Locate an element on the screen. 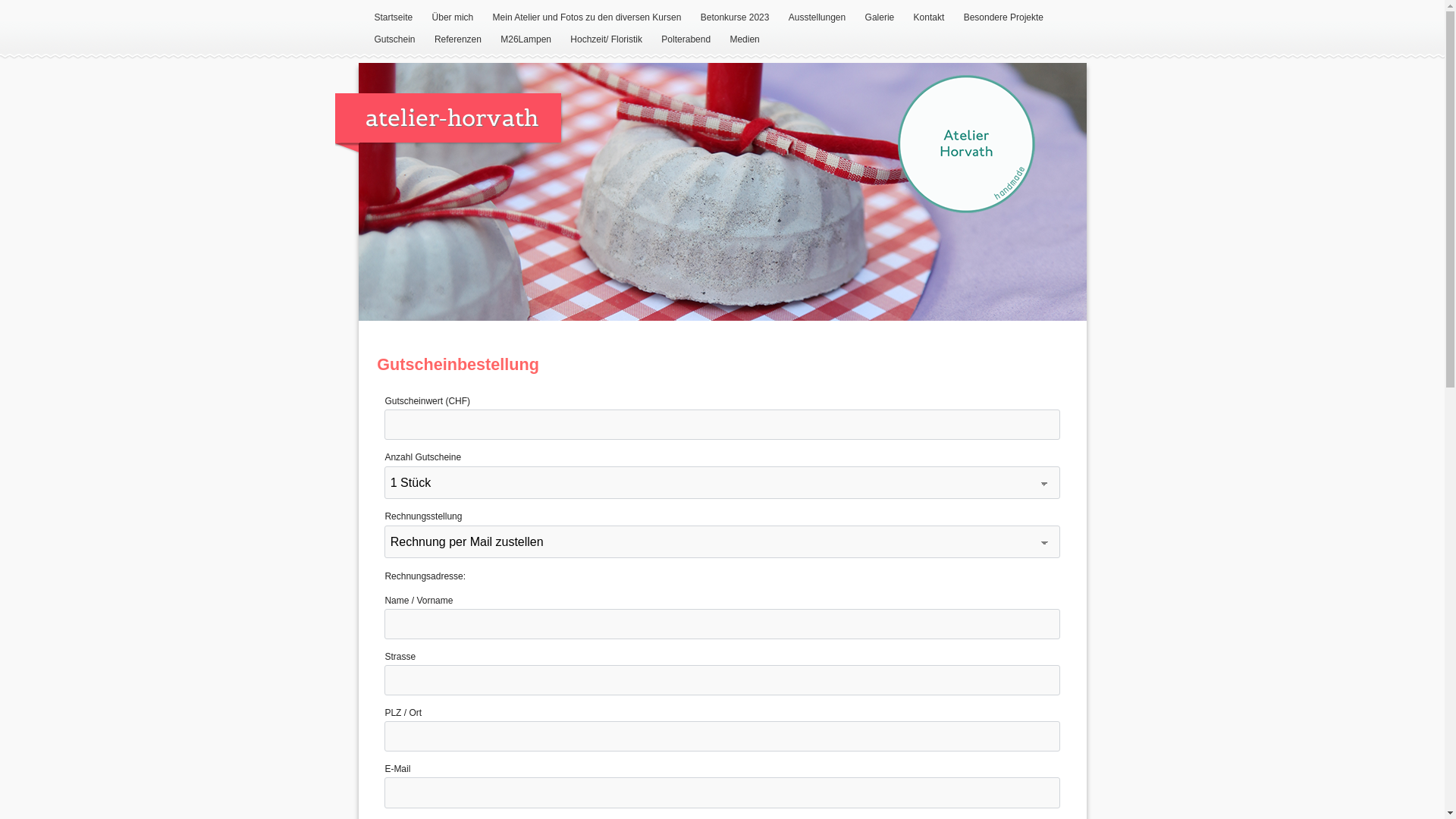 Image resolution: width=1456 pixels, height=819 pixels. 'Besondere Projekte' is located at coordinates (1003, 18).